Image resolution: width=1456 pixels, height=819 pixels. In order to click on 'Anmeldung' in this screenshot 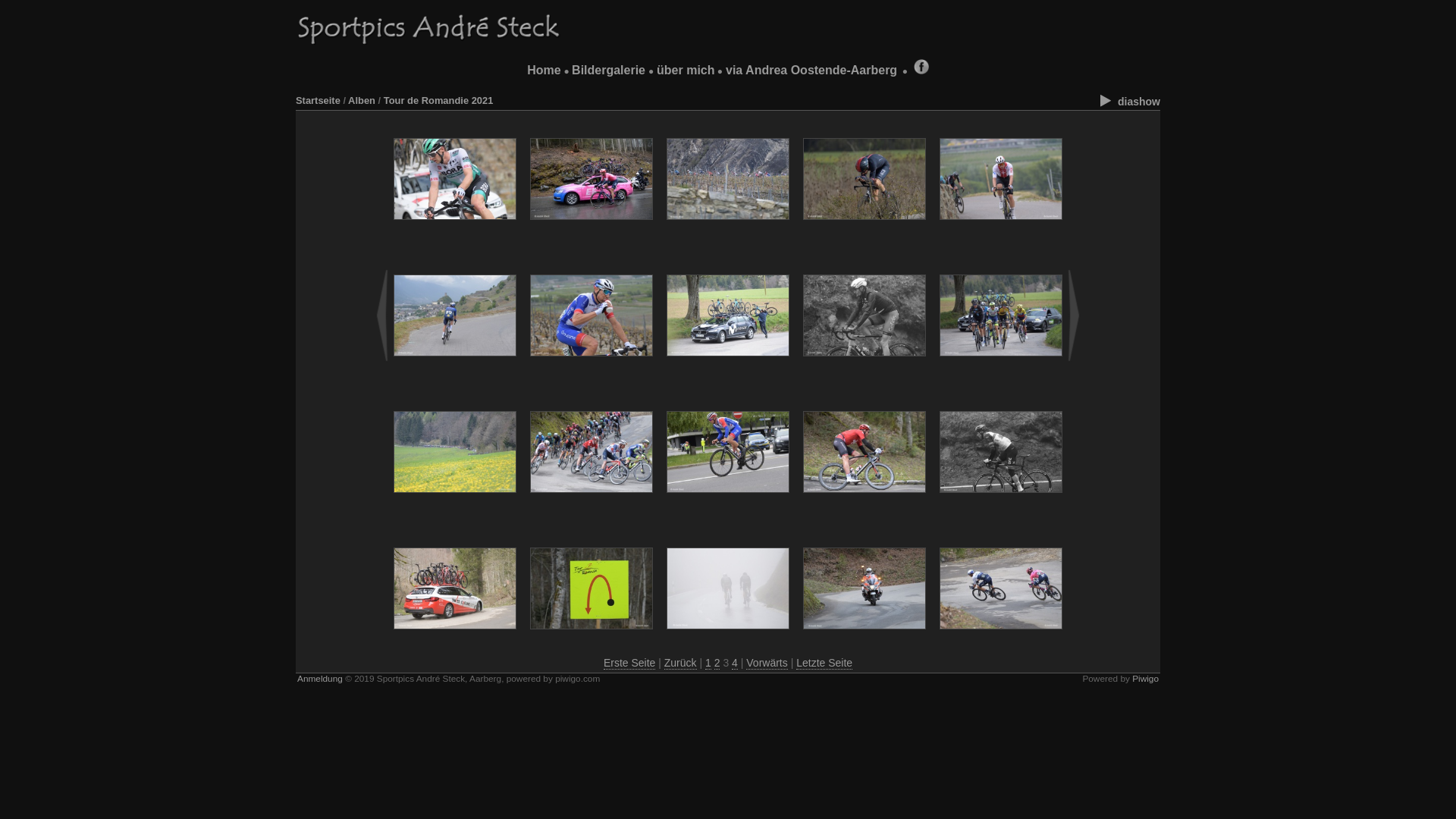, I will do `click(319, 677)`.